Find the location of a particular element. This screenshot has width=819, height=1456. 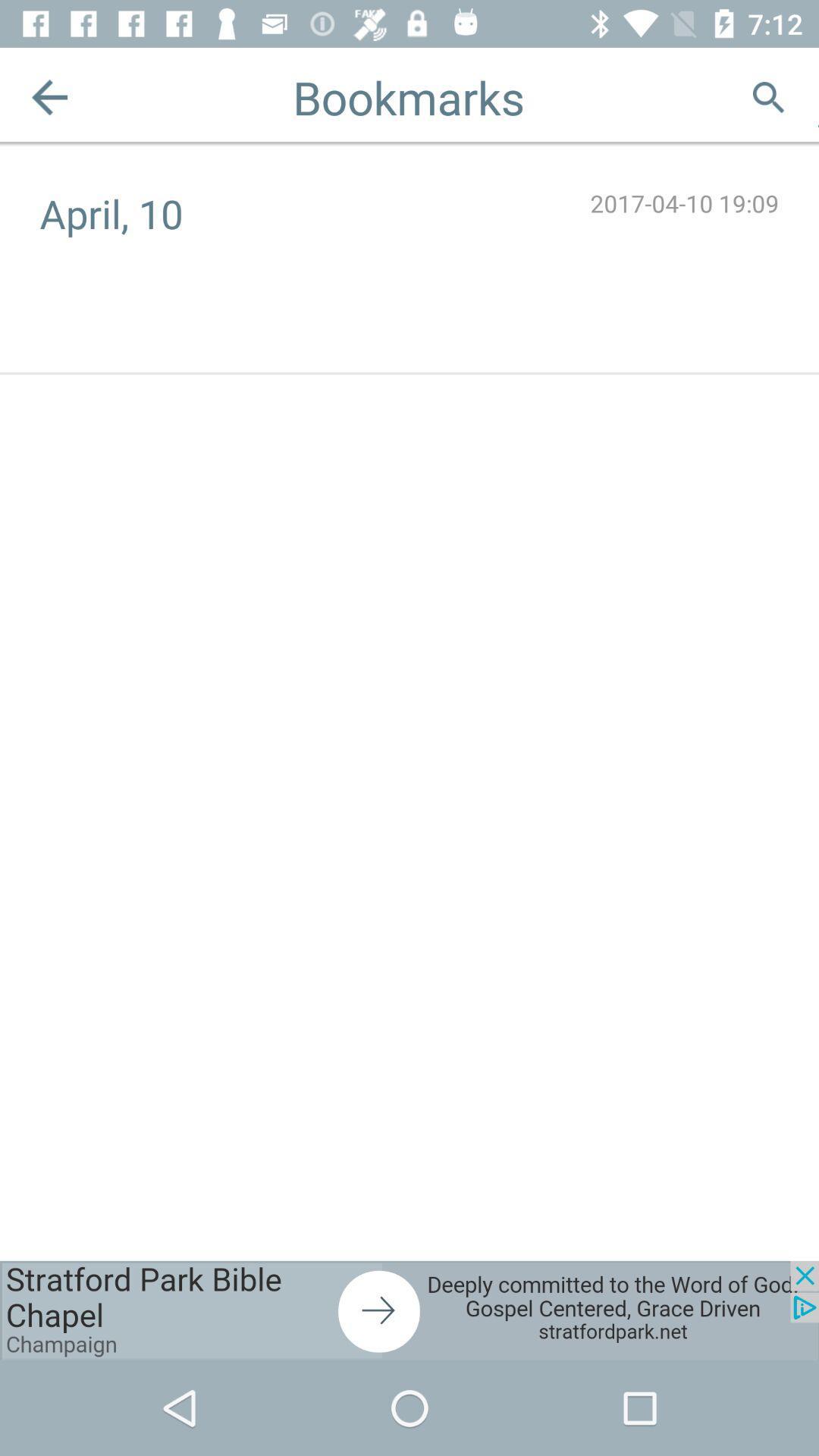

advertisement is located at coordinates (409, 1310).